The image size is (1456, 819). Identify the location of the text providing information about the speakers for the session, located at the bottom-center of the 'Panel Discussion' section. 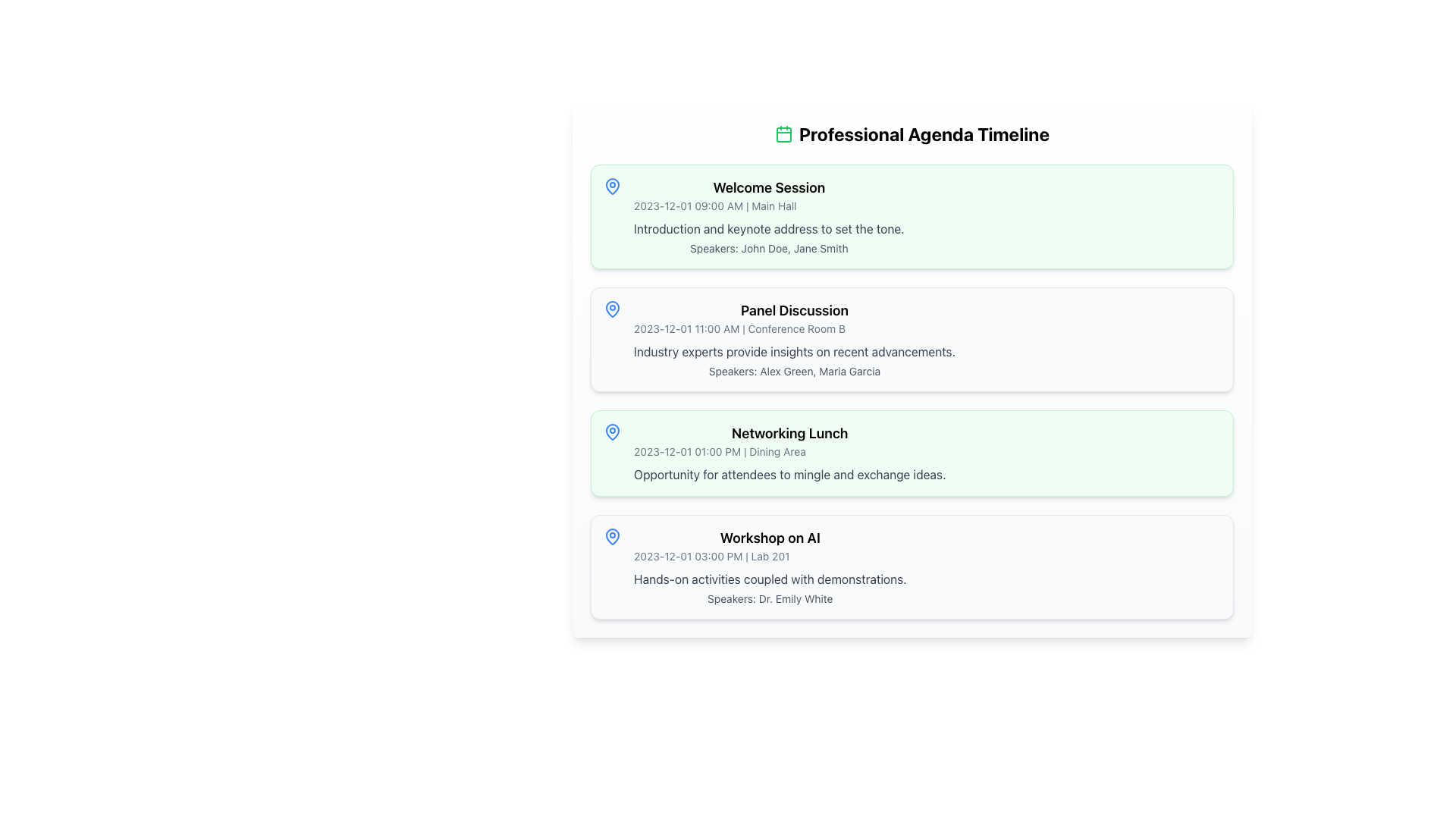
(793, 371).